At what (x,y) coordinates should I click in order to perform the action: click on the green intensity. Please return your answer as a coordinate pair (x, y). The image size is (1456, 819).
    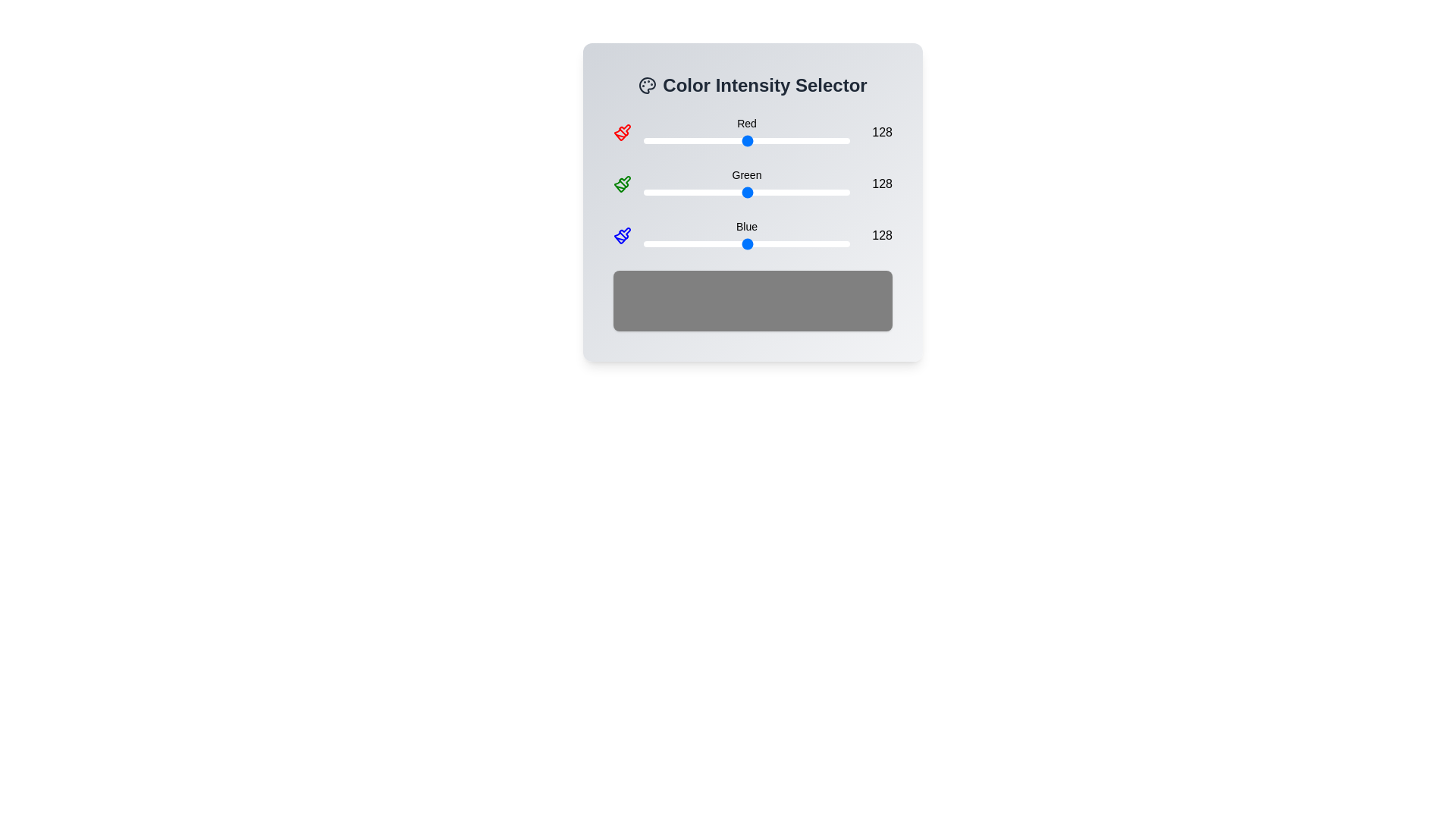
    Looking at the image, I should click on (647, 192).